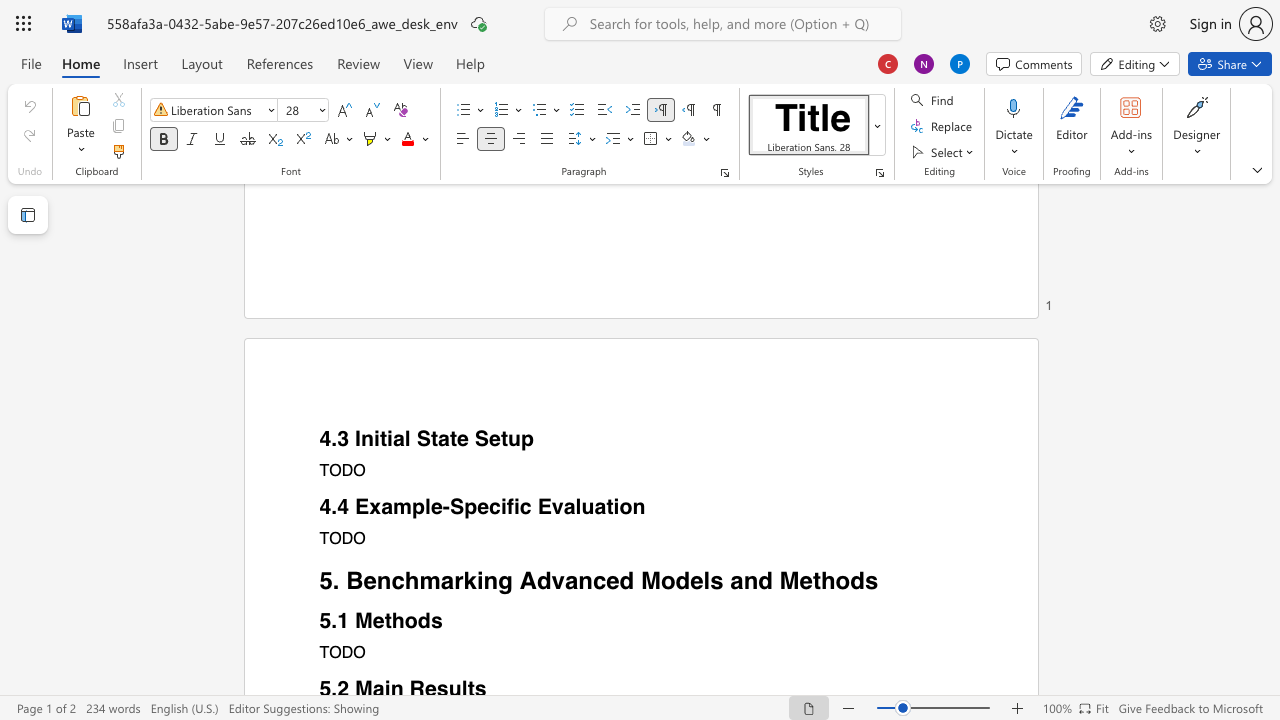 Image resolution: width=1280 pixels, height=720 pixels. Describe the element at coordinates (551, 506) in the screenshot. I see `the subset text "valuation" within the text "4.4 Example-Specific Evaluation"` at that location.